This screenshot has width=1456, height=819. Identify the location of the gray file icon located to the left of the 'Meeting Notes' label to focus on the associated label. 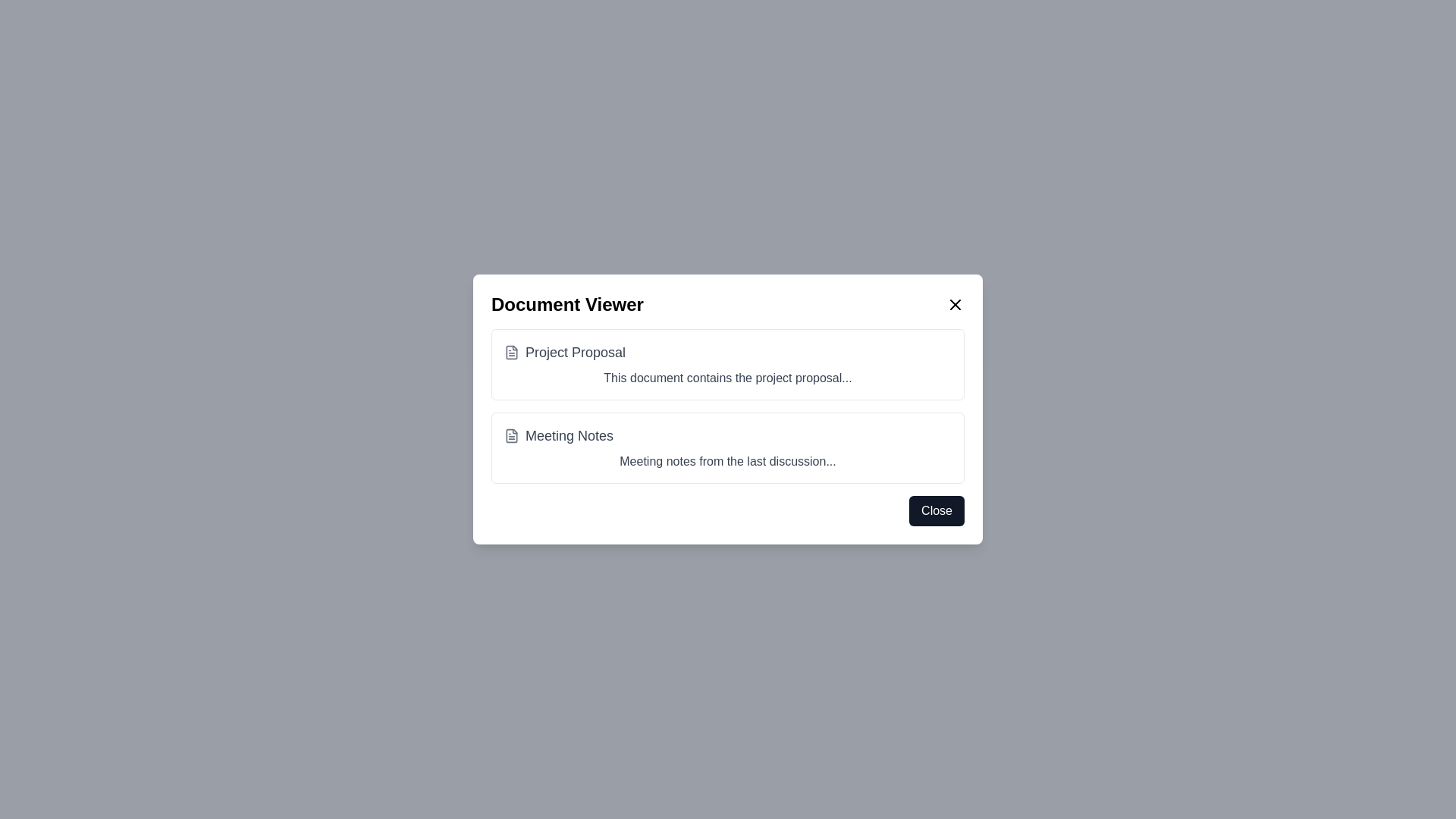
(512, 435).